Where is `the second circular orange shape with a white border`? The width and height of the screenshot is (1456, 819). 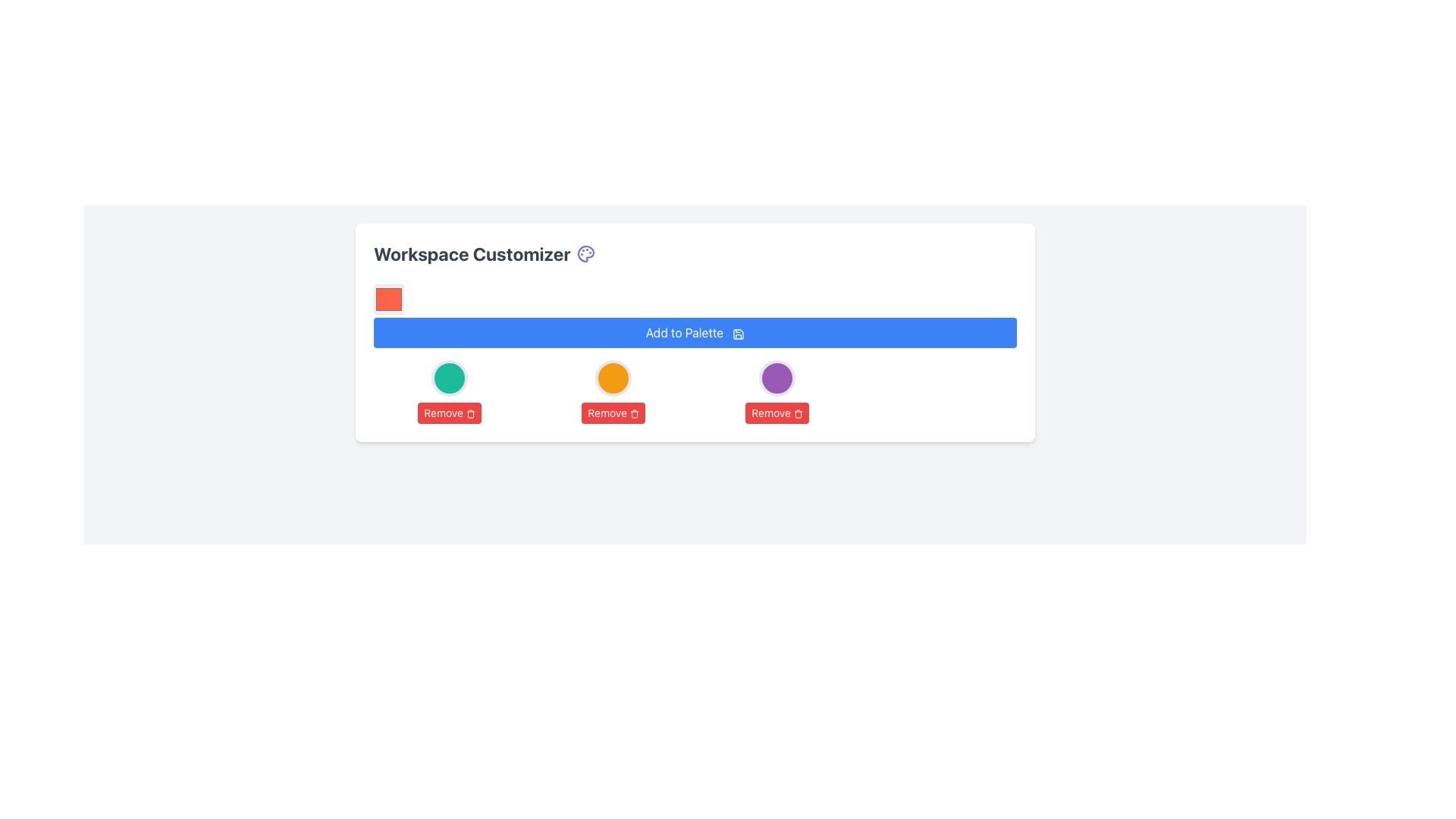 the second circular orange shape with a white border is located at coordinates (613, 377).